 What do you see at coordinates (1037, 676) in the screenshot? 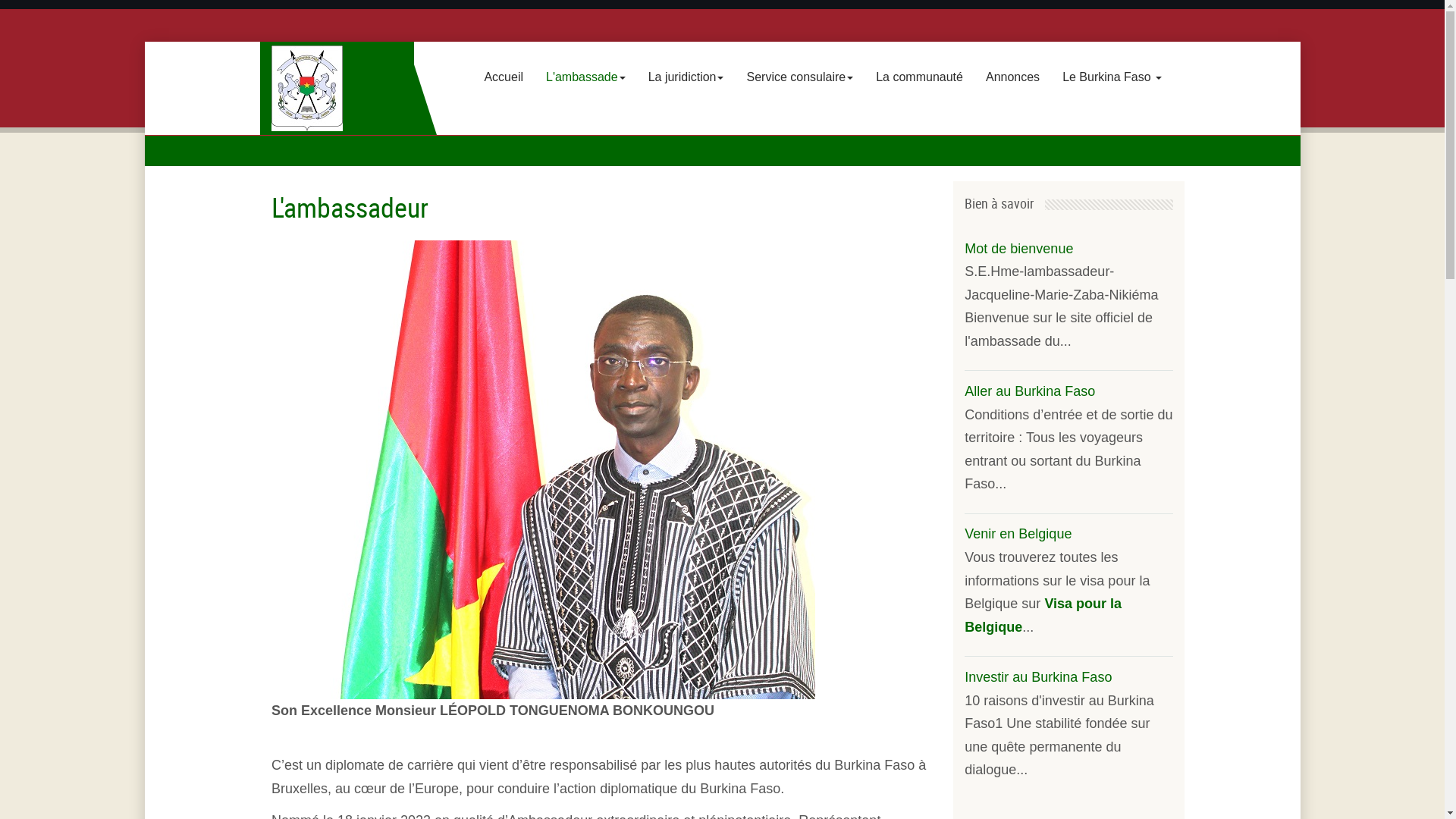
I see `'Investir au Burkina Faso'` at bounding box center [1037, 676].